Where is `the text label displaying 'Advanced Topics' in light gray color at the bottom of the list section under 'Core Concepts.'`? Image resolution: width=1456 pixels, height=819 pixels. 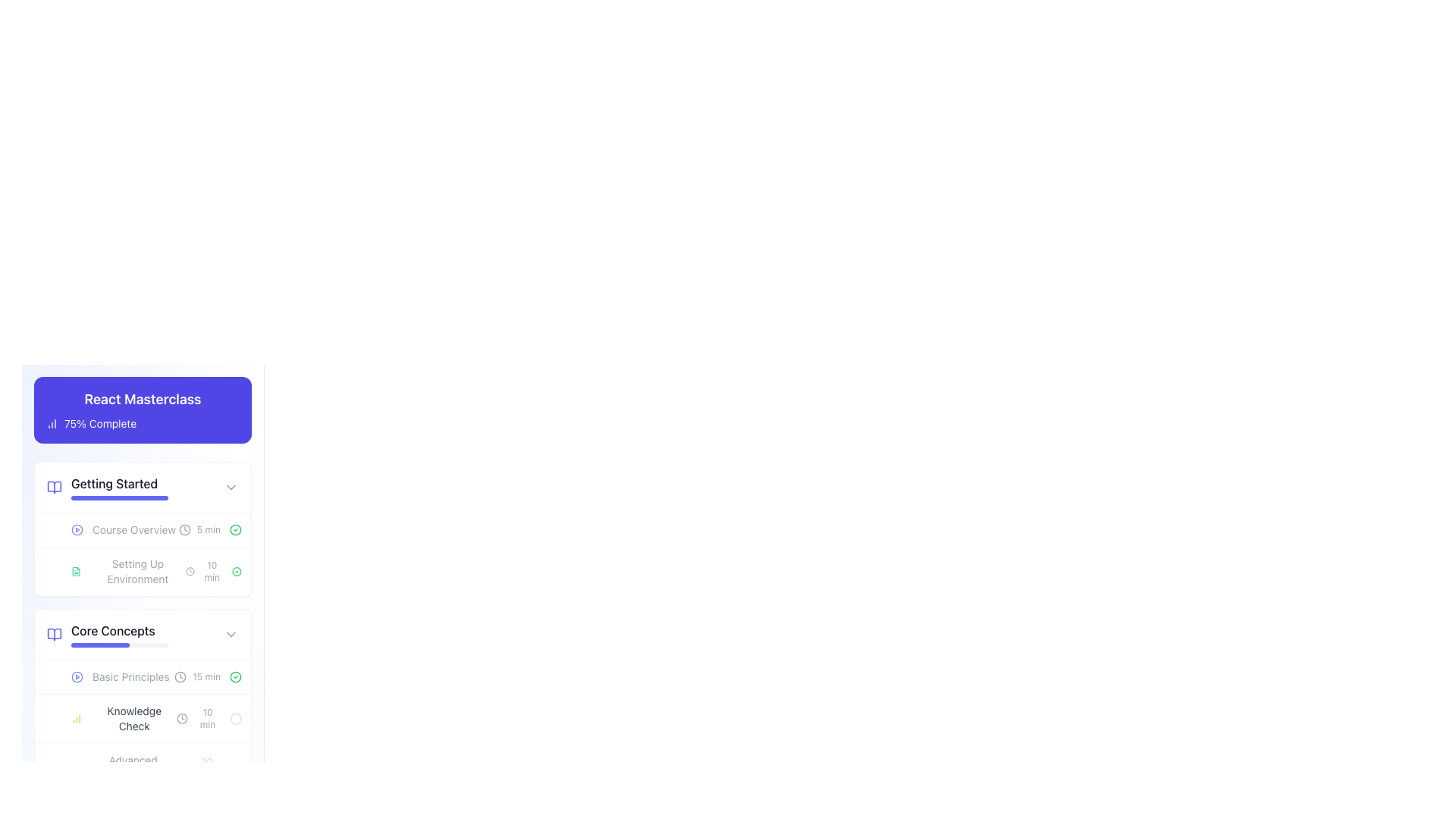
the text label displaying 'Advanced Topics' in light gray color at the bottom of the list section under 'Core Concepts.' is located at coordinates (133, 768).